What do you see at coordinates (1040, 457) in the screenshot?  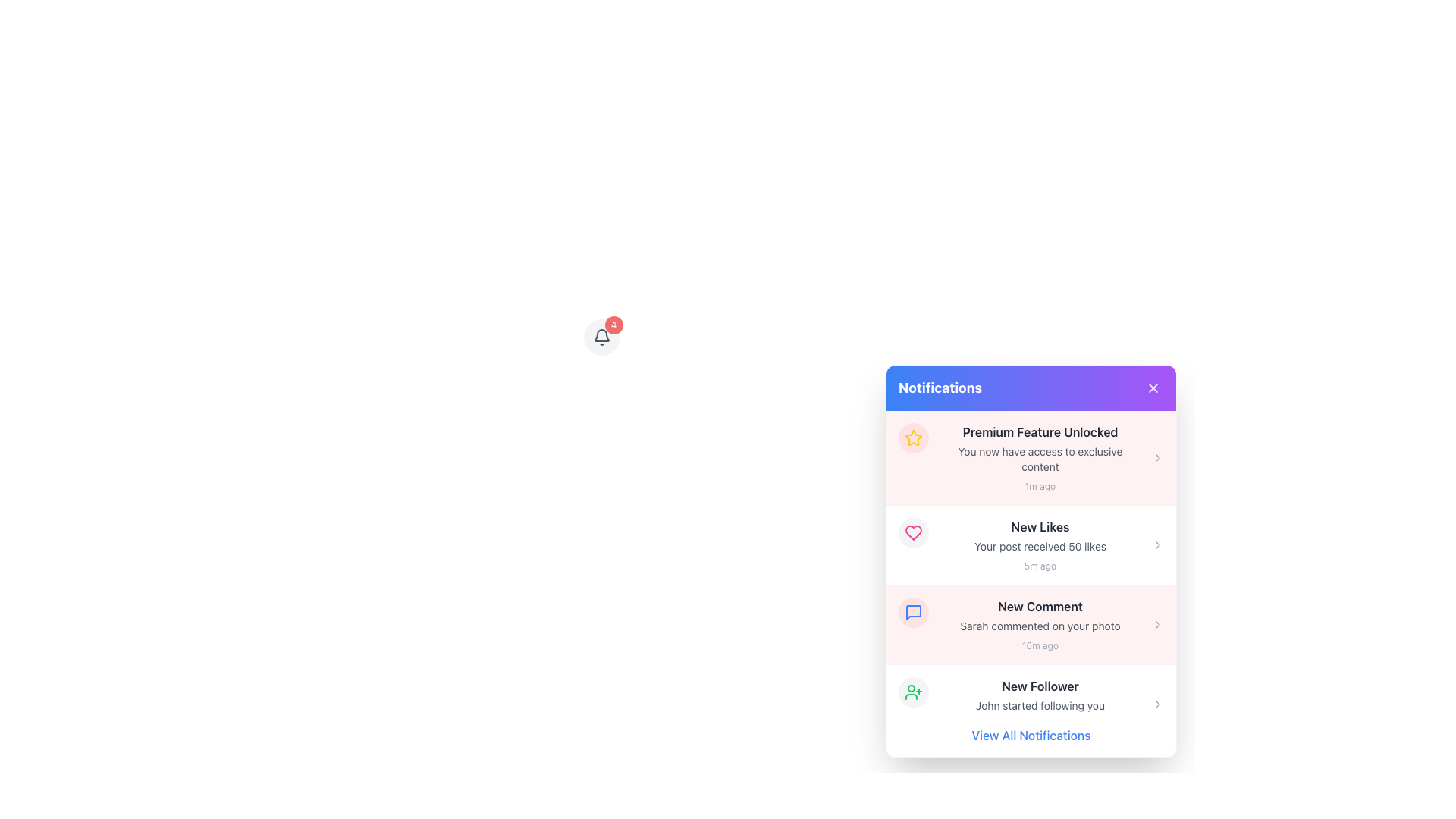 I see `the notification message indicating that a premium feature has been unlocked` at bounding box center [1040, 457].